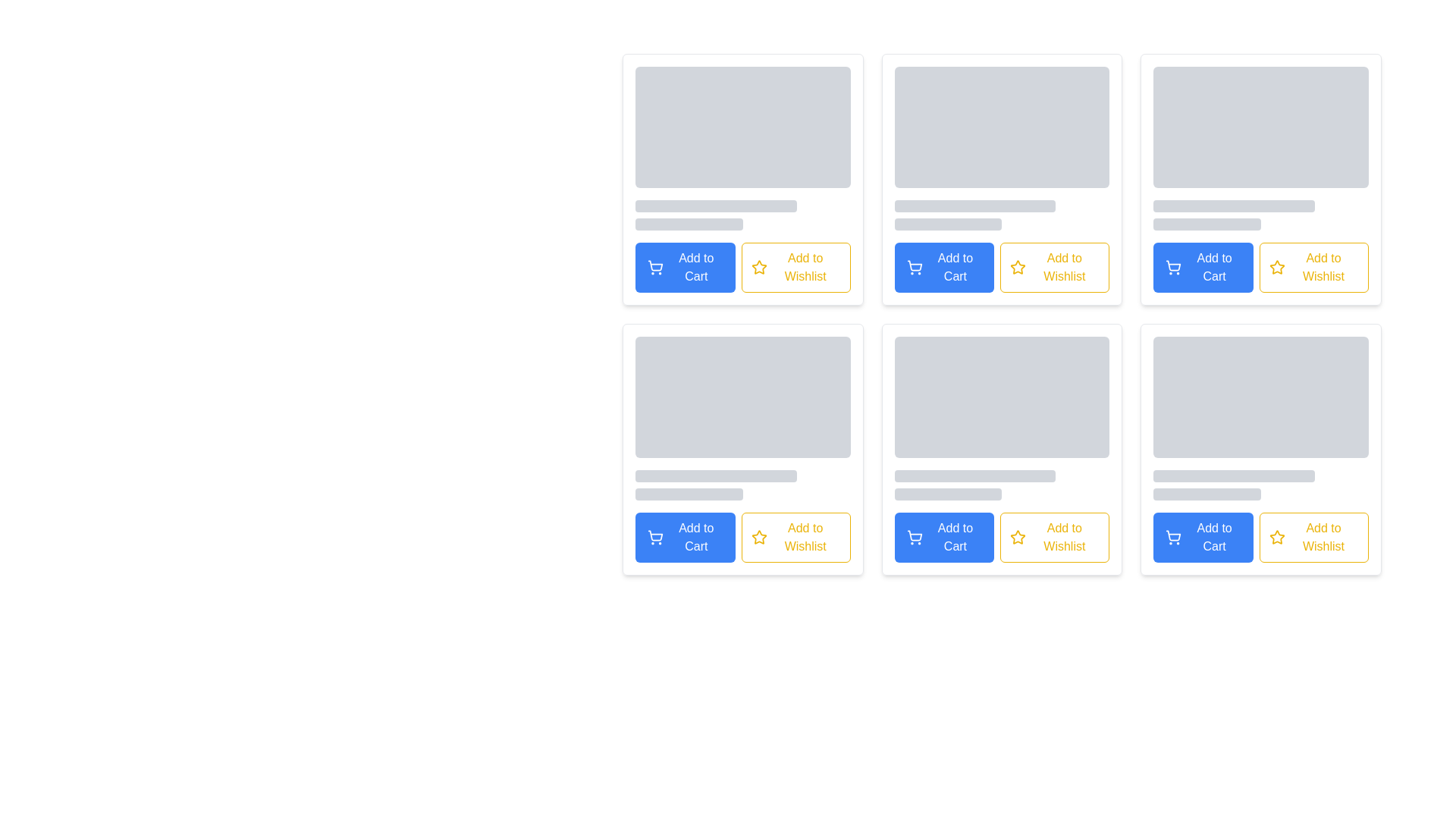  I want to click on the shopping cart icon located on the left side of the 'Add to Cart' button, which is part of the product action options grid, so click(914, 267).